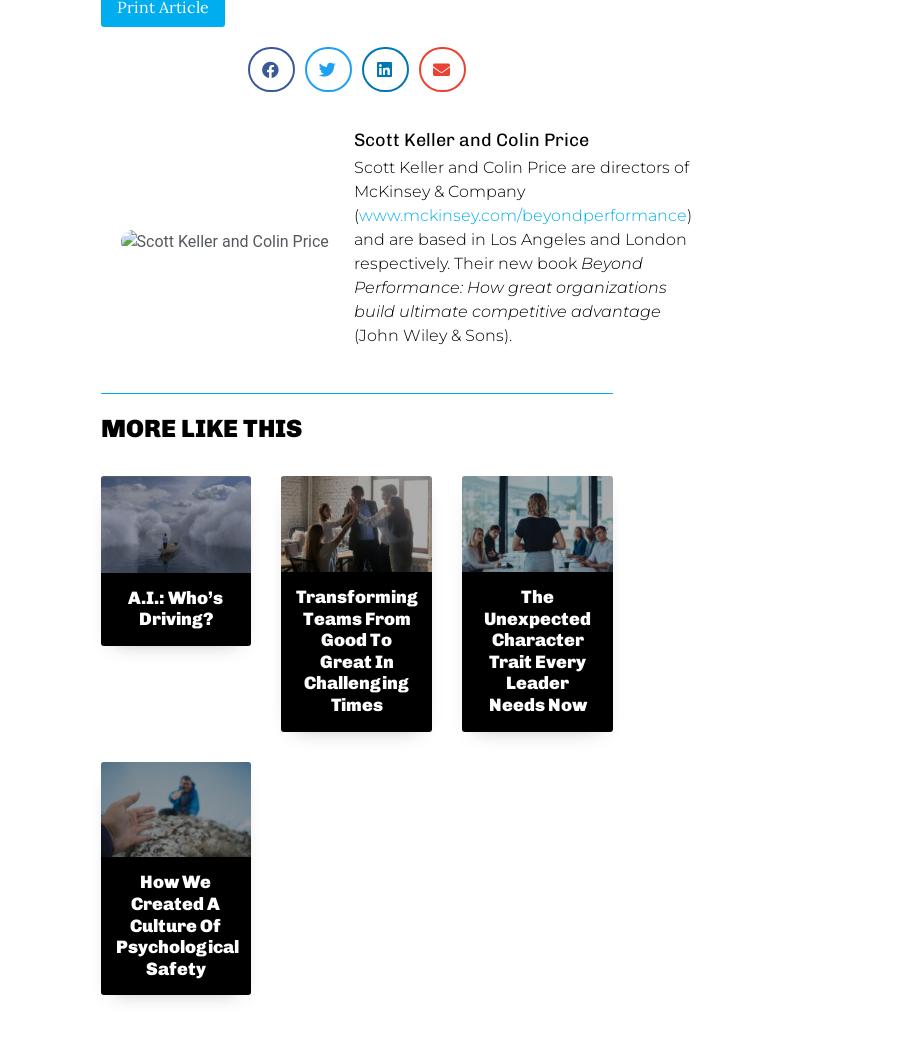 This screenshot has width=900, height=1057. Describe the element at coordinates (519, 191) in the screenshot. I see `'Scott Keller and Colin Price are directors of McKinsey & Company ('` at that location.